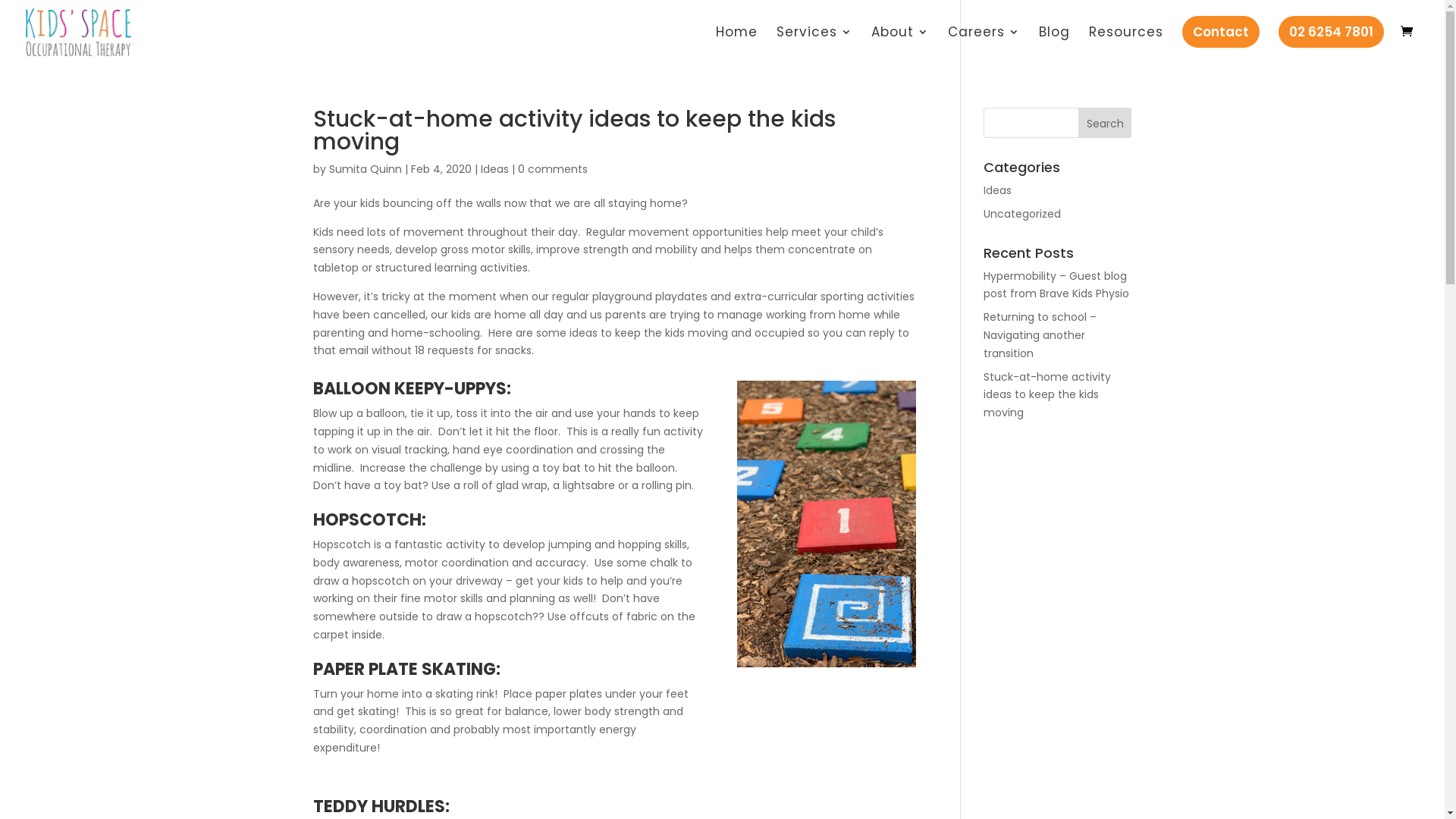  What do you see at coordinates (736, 43) in the screenshot?
I see `'Home'` at bounding box center [736, 43].